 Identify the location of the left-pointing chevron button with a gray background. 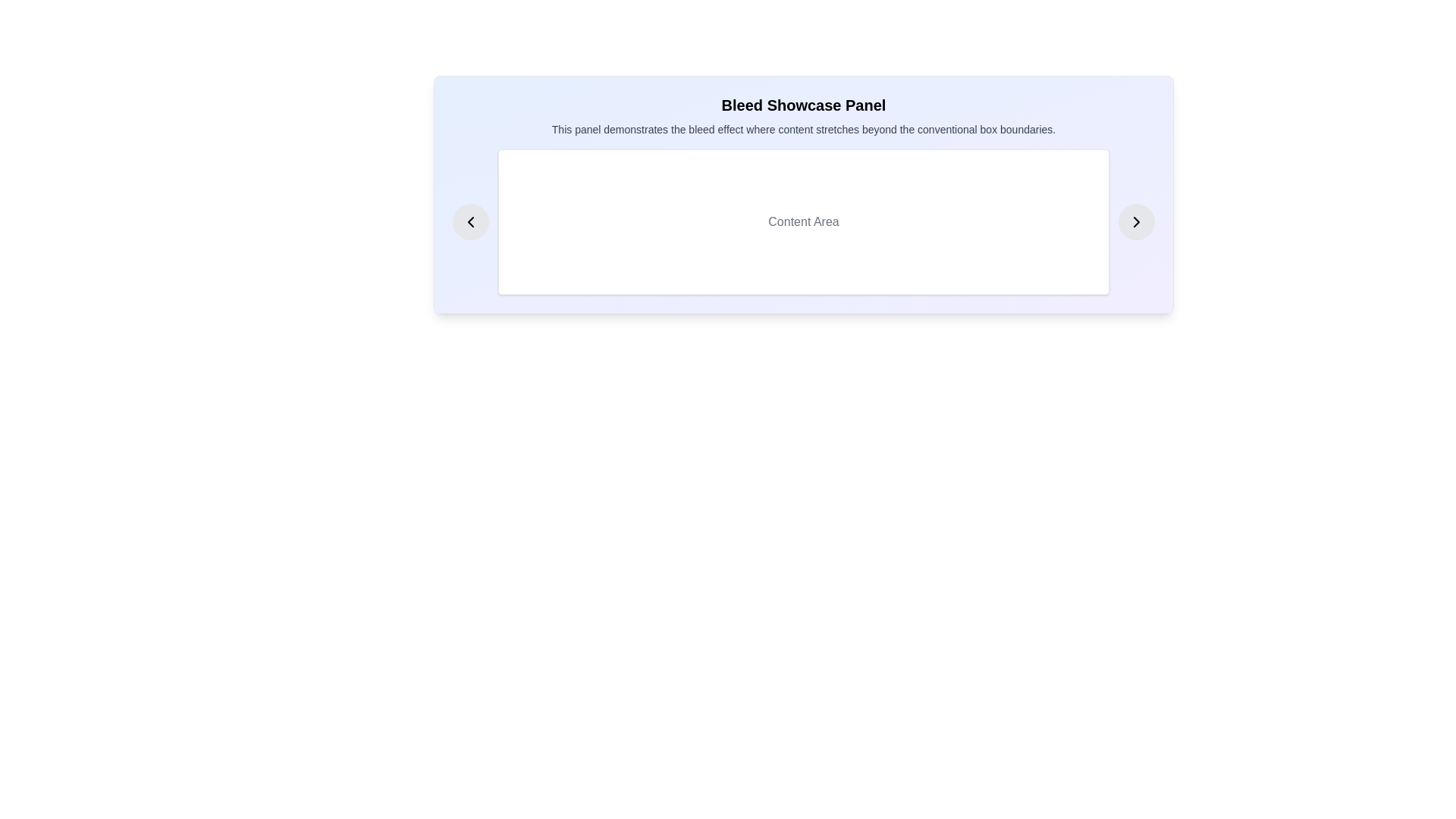
(469, 222).